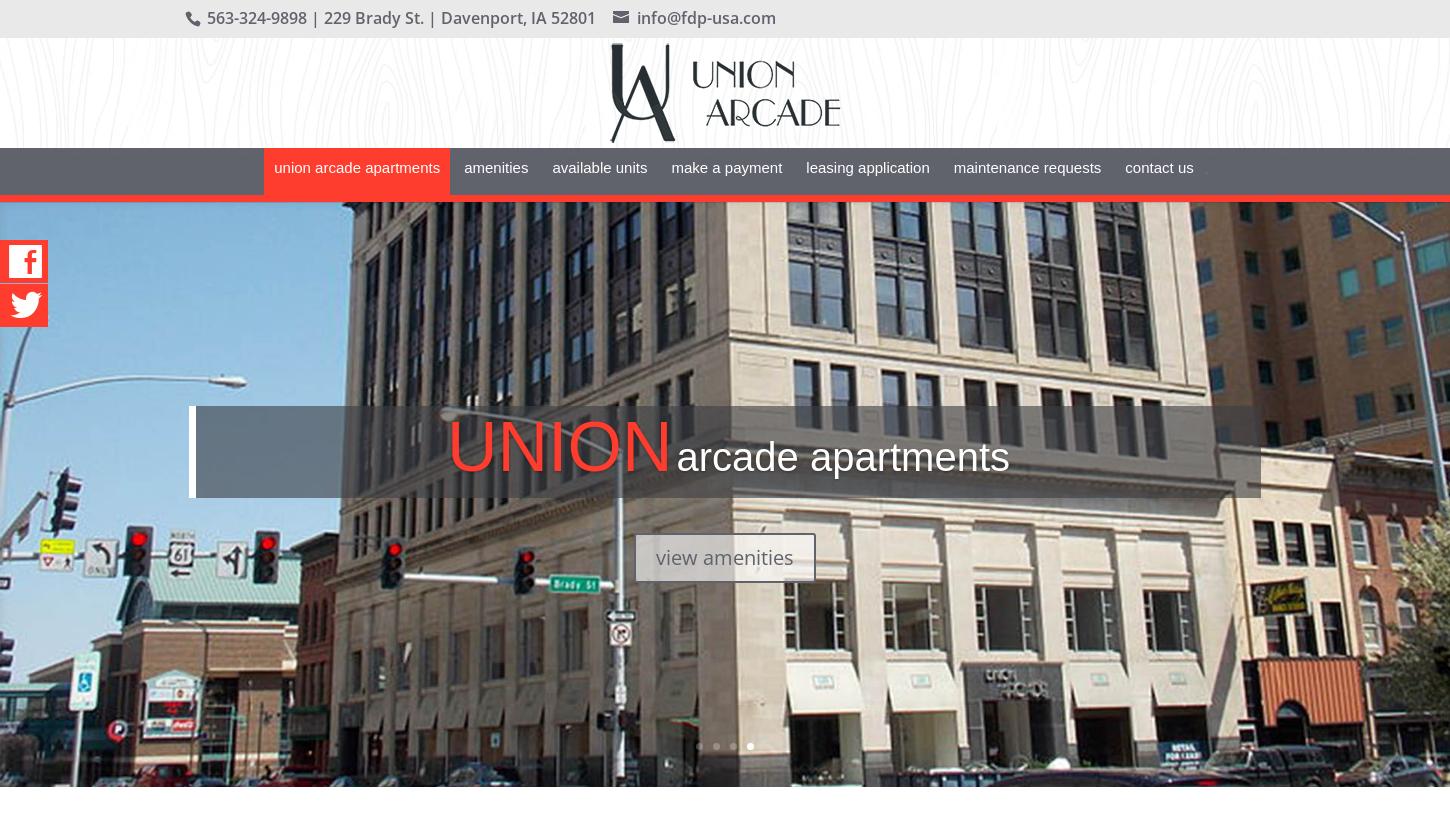 The image size is (1450, 818). What do you see at coordinates (558, 475) in the screenshot?
I see `'Union'` at bounding box center [558, 475].